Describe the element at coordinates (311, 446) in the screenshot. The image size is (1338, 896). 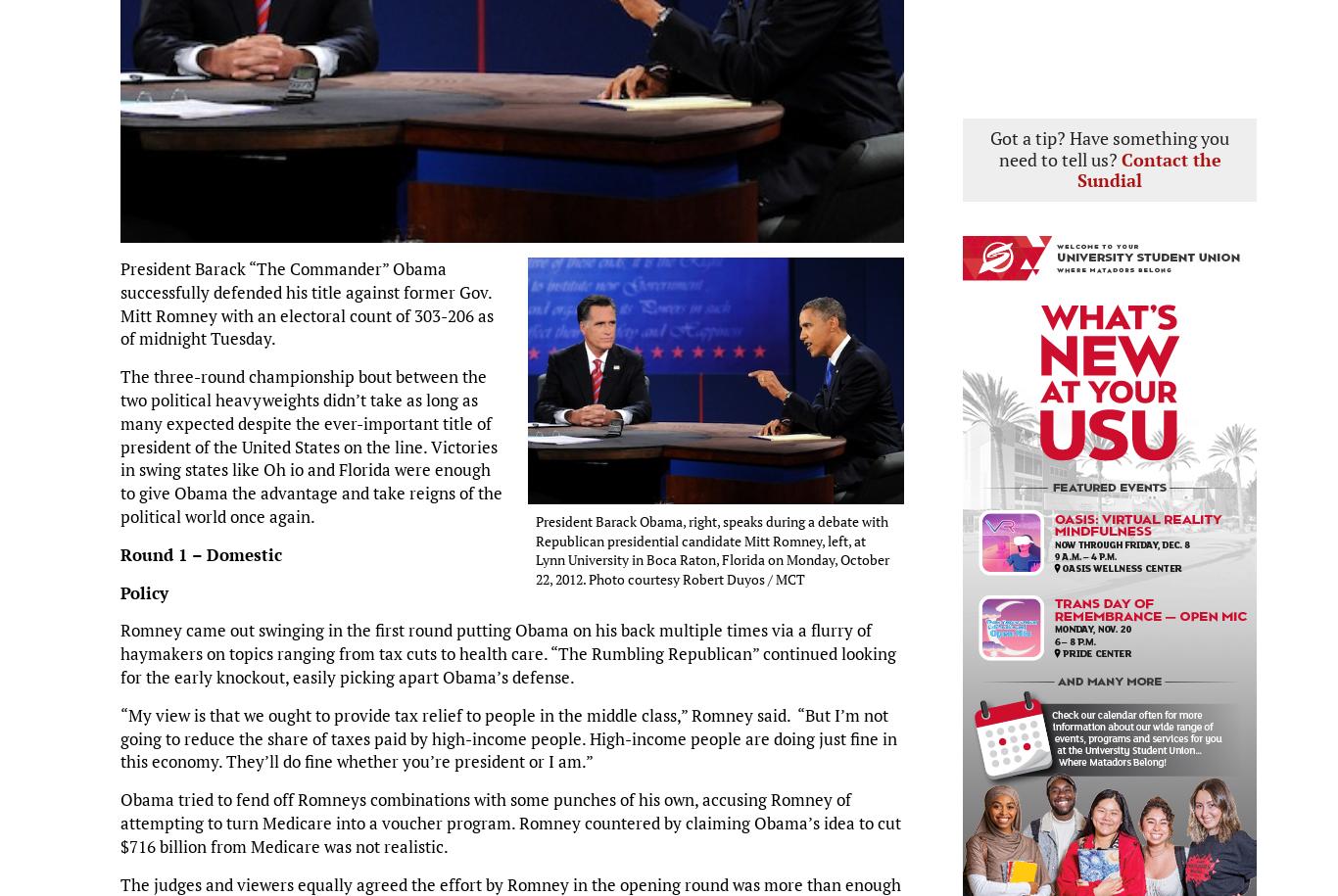
I see `'The three-round championship bout between the two political heavyweights didn’t take as long as many expected despite the ever-important title of president of the United States on the line. Victories in swing states like Oh io and Florida were enough to give Obama the advantage and take reigns of the political world once again.'` at that location.